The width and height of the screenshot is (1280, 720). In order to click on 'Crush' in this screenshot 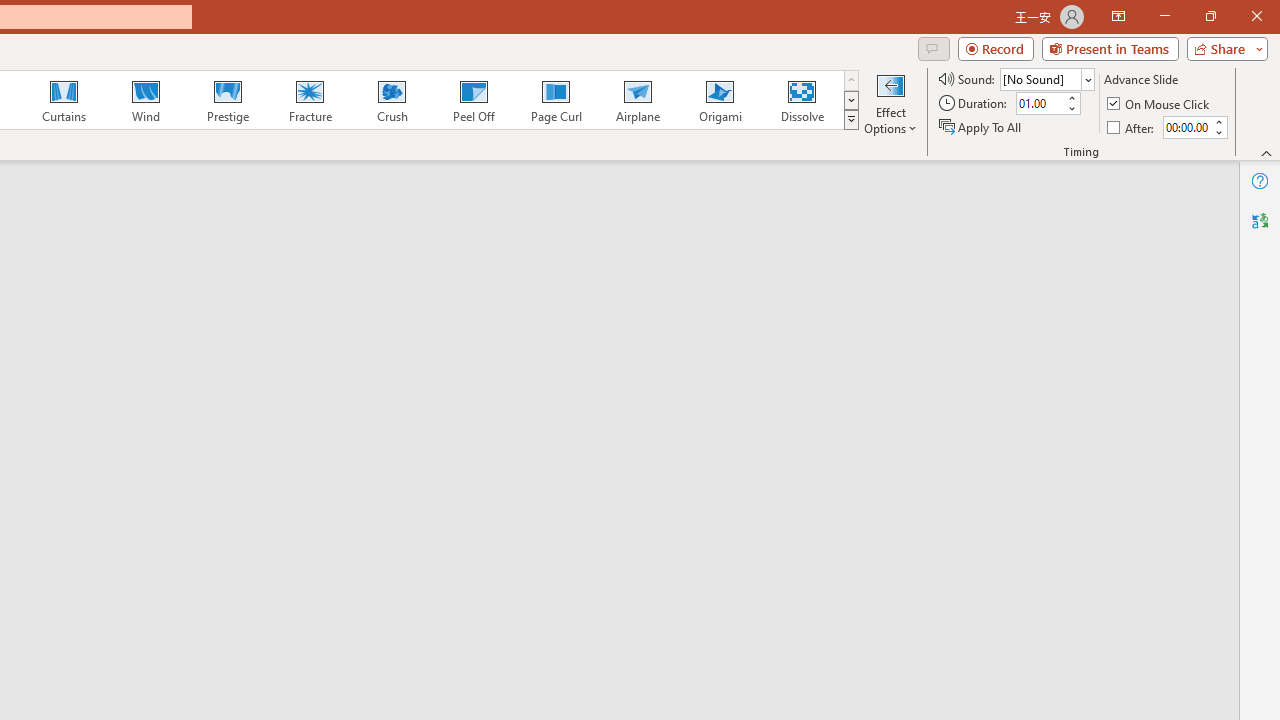, I will do `click(391, 100)`.